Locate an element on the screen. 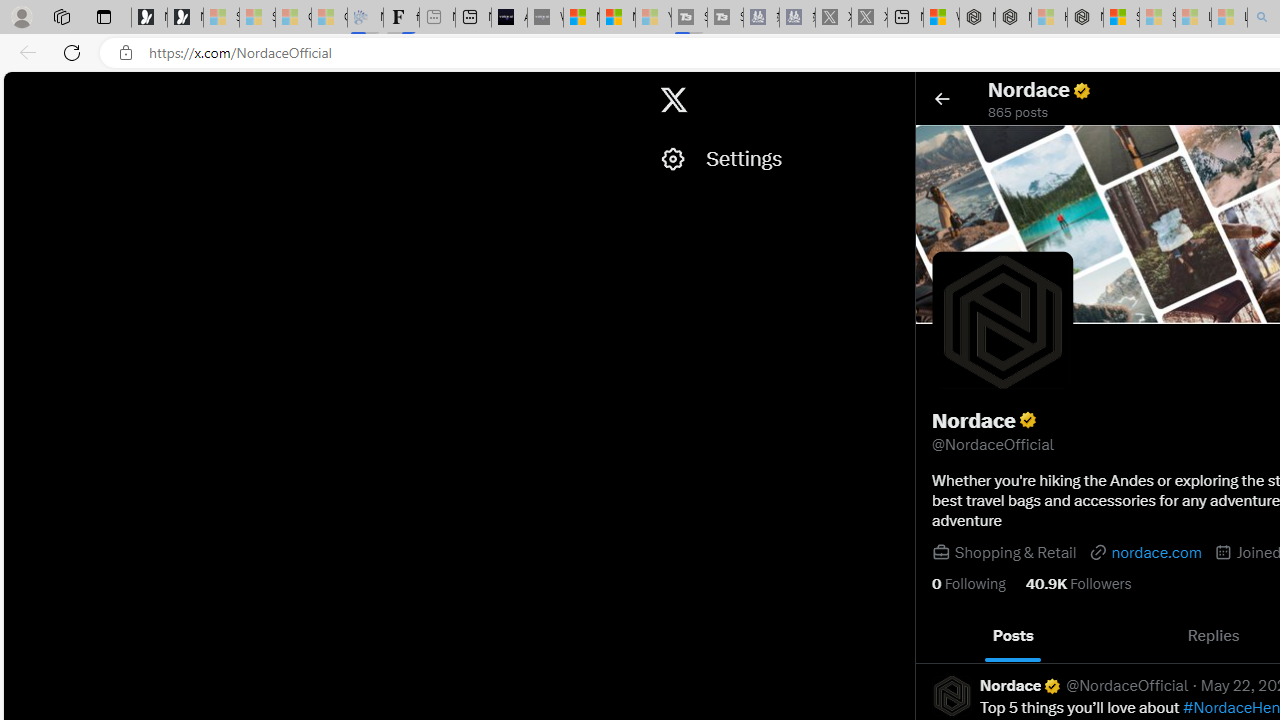  'Nordace - Nordace Siena Is Not An Ordinary Backpack' is located at coordinates (1084, 17).